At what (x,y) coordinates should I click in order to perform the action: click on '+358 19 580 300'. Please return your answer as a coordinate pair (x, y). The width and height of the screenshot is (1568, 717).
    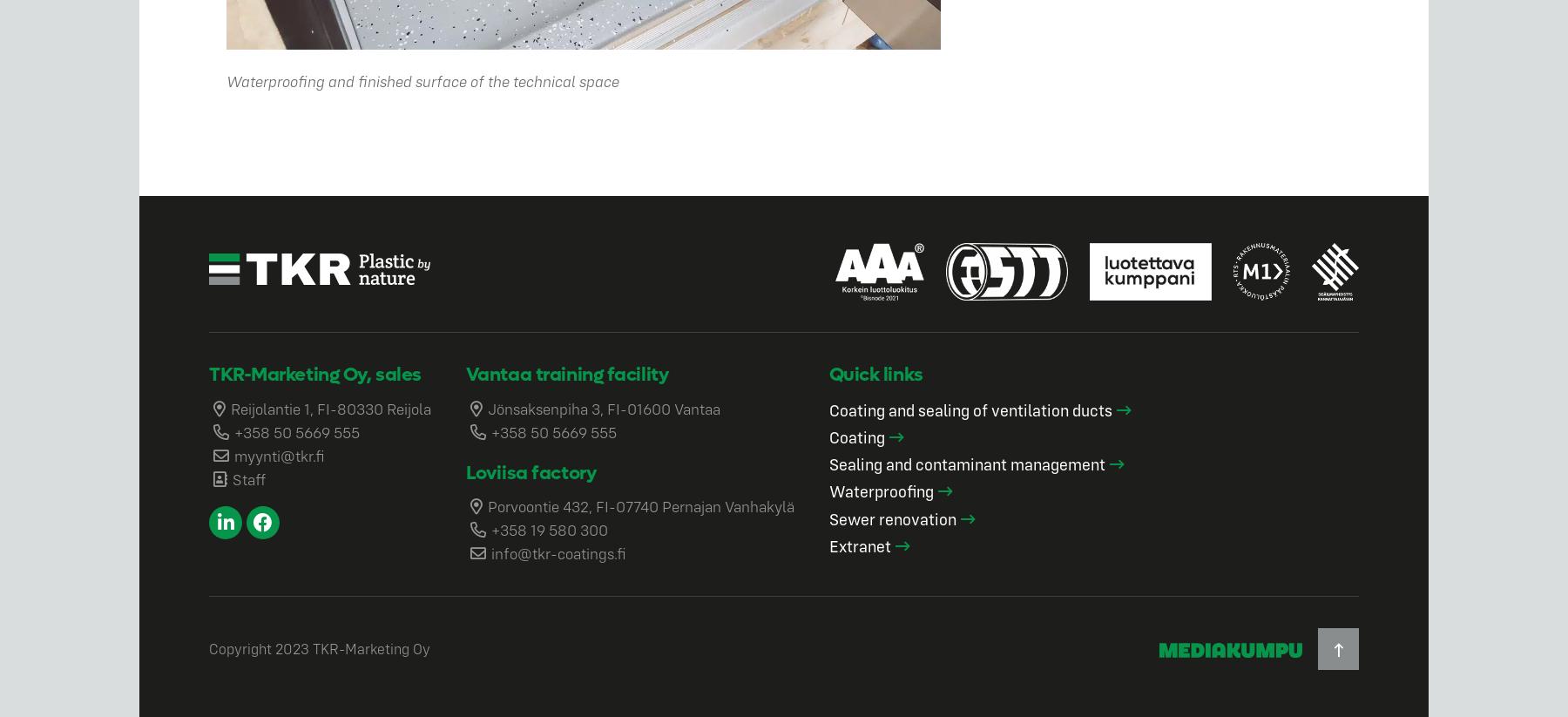
    Looking at the image, I should click on (549, 529).